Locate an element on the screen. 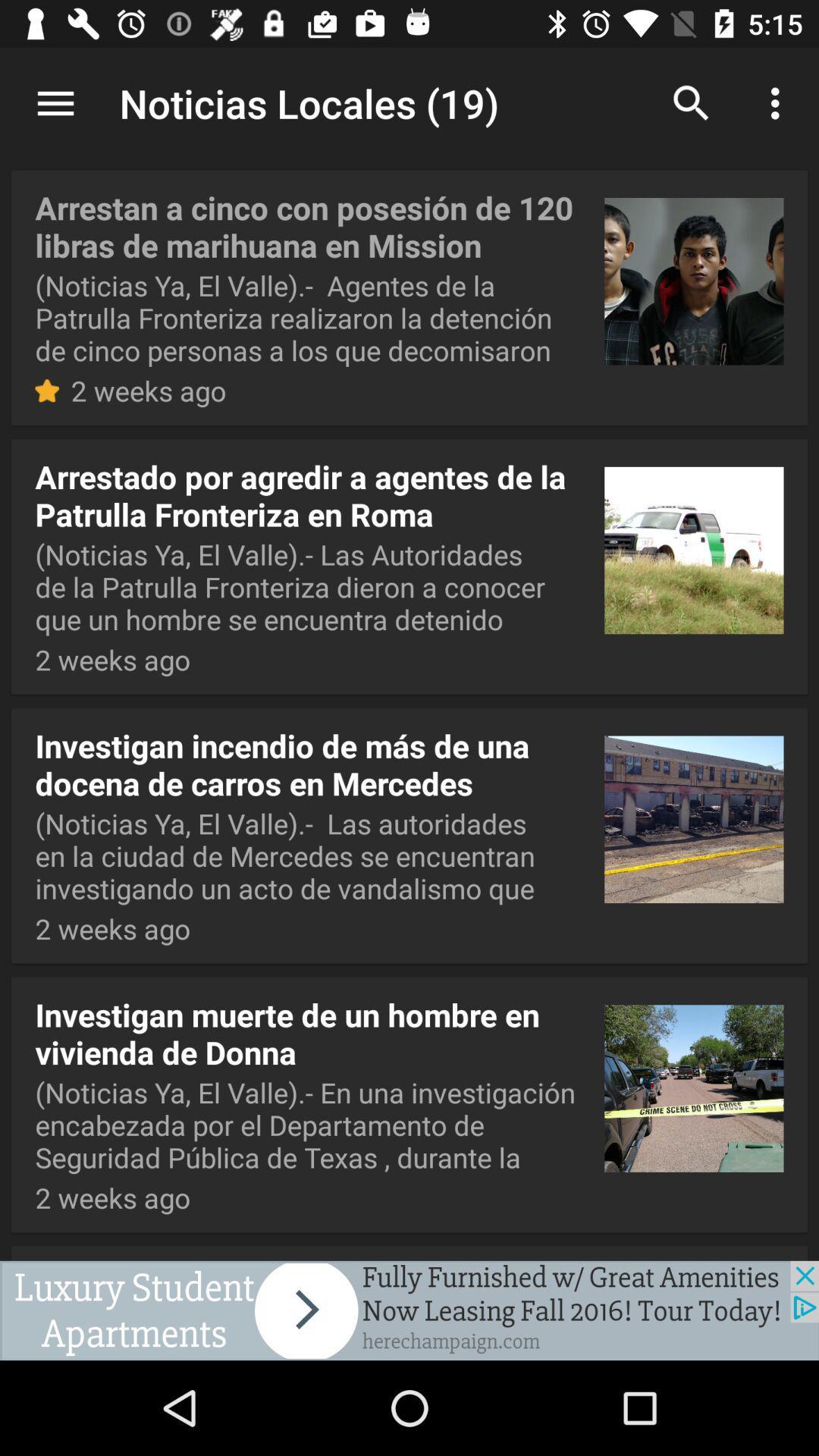  advertisement is located at coordinates (409, 1310).